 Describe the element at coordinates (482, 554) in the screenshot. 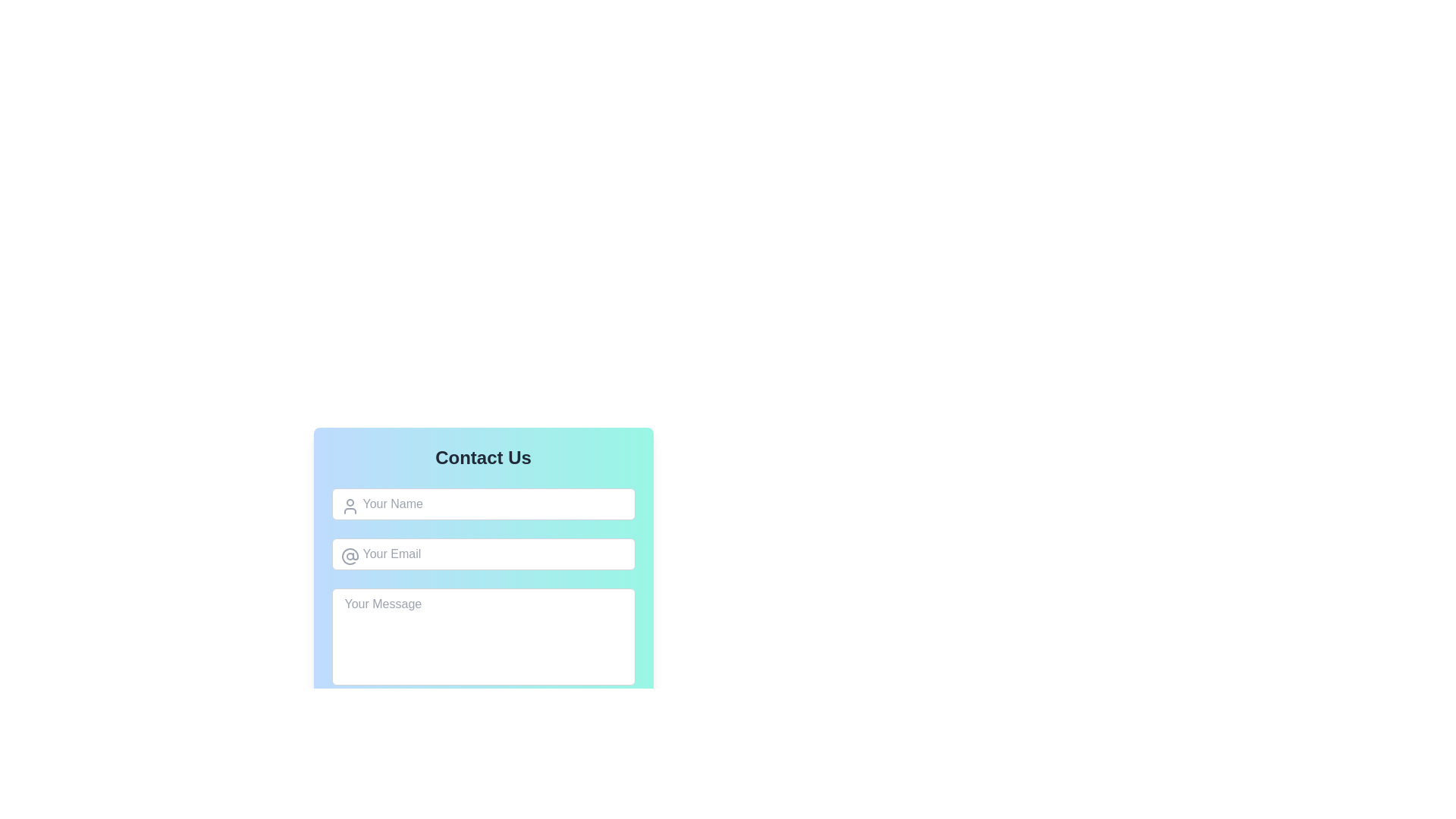

I see `the email input field in the 'Contact Us' form by using the tab key` at that location.